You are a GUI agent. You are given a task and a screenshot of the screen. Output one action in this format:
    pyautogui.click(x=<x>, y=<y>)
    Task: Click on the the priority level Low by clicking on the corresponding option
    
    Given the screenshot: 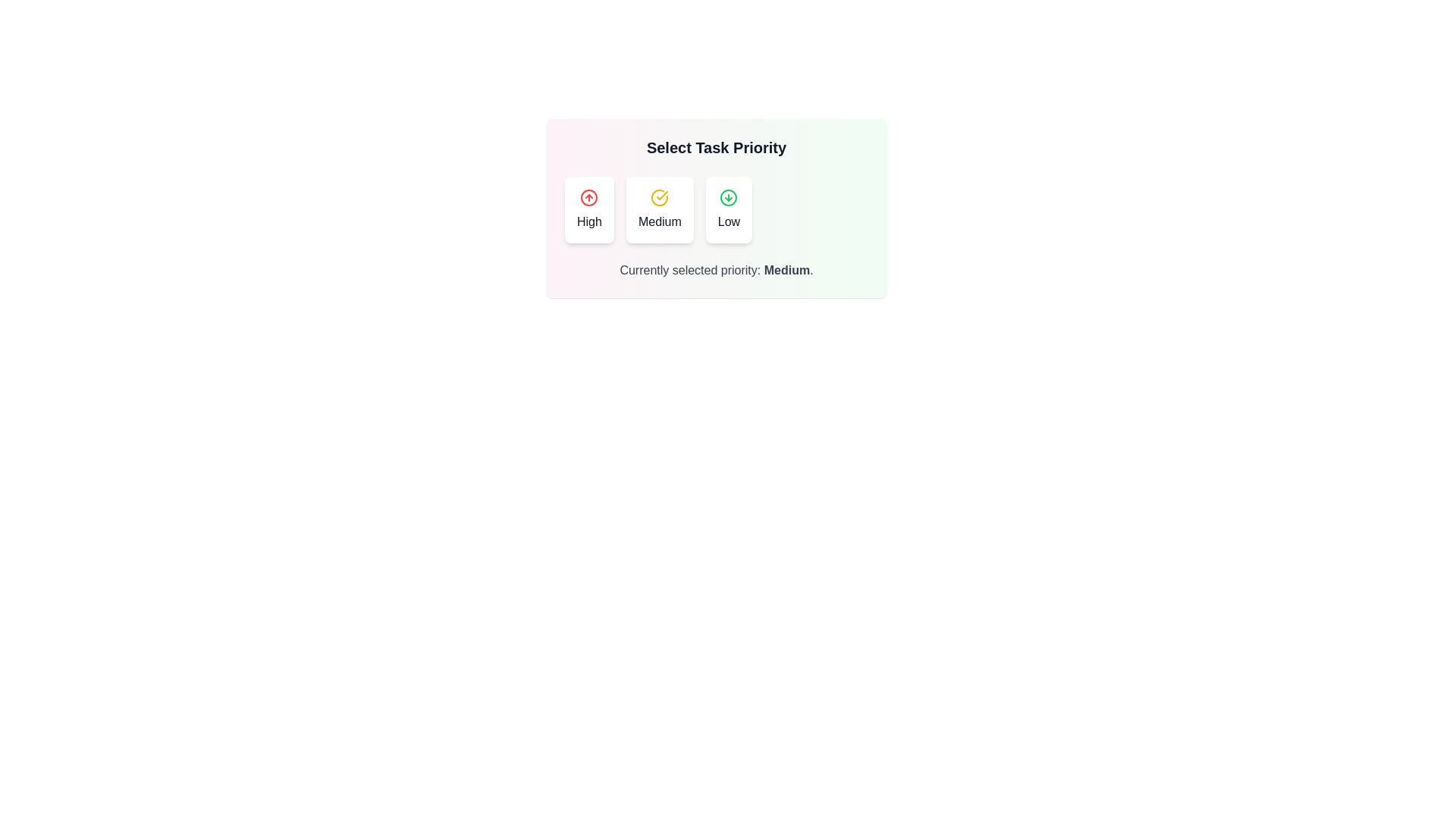 What is the action you would take?
    pyautogui.click(x=728, y=210)
    